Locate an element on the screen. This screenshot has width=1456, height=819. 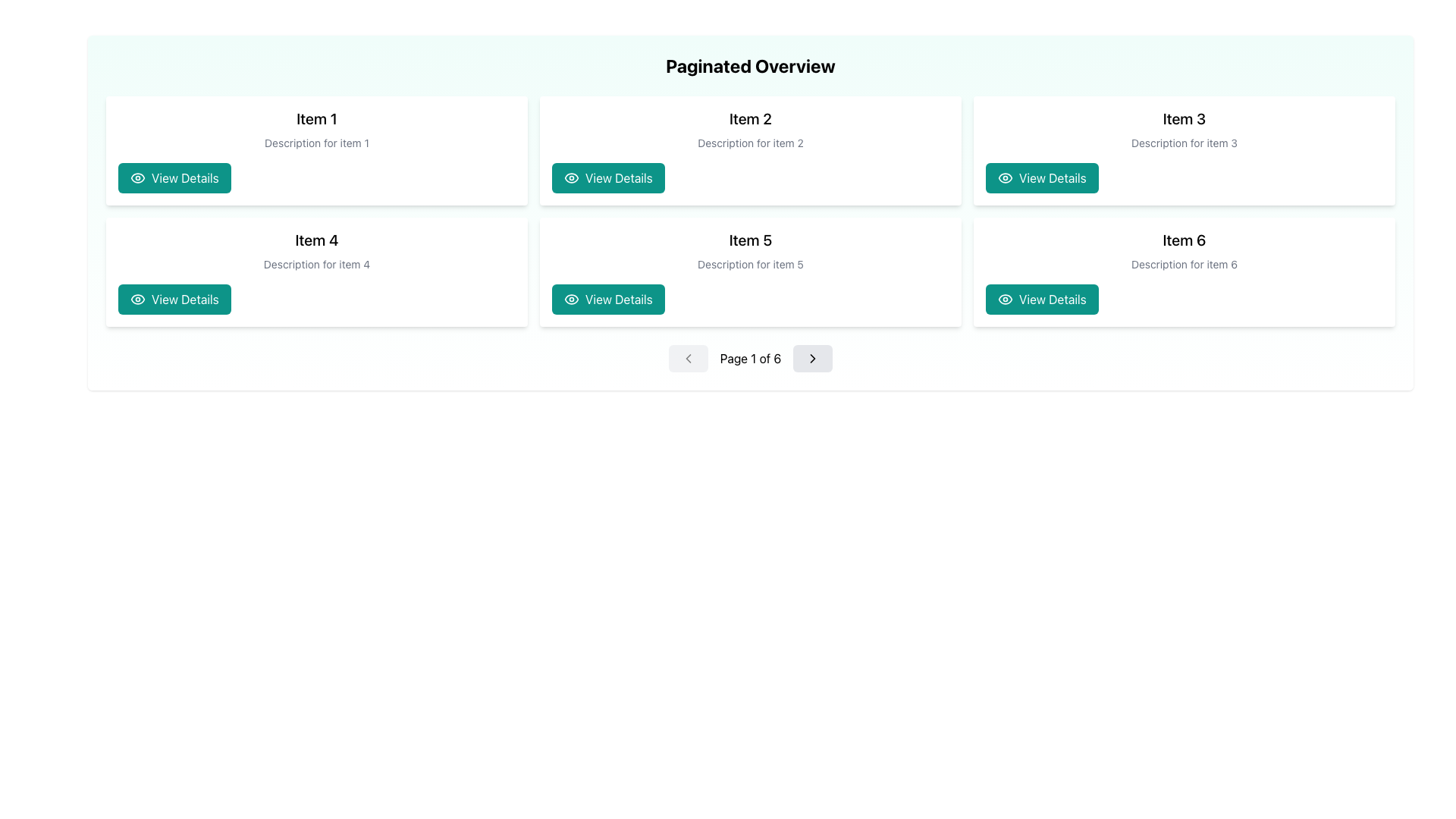
the text element styled in a small, gray font that reads 'Description for item 3', which is located below the main title 'Item 3' and above the 'View Details' button in the card is located at coordinates (1183, 143).